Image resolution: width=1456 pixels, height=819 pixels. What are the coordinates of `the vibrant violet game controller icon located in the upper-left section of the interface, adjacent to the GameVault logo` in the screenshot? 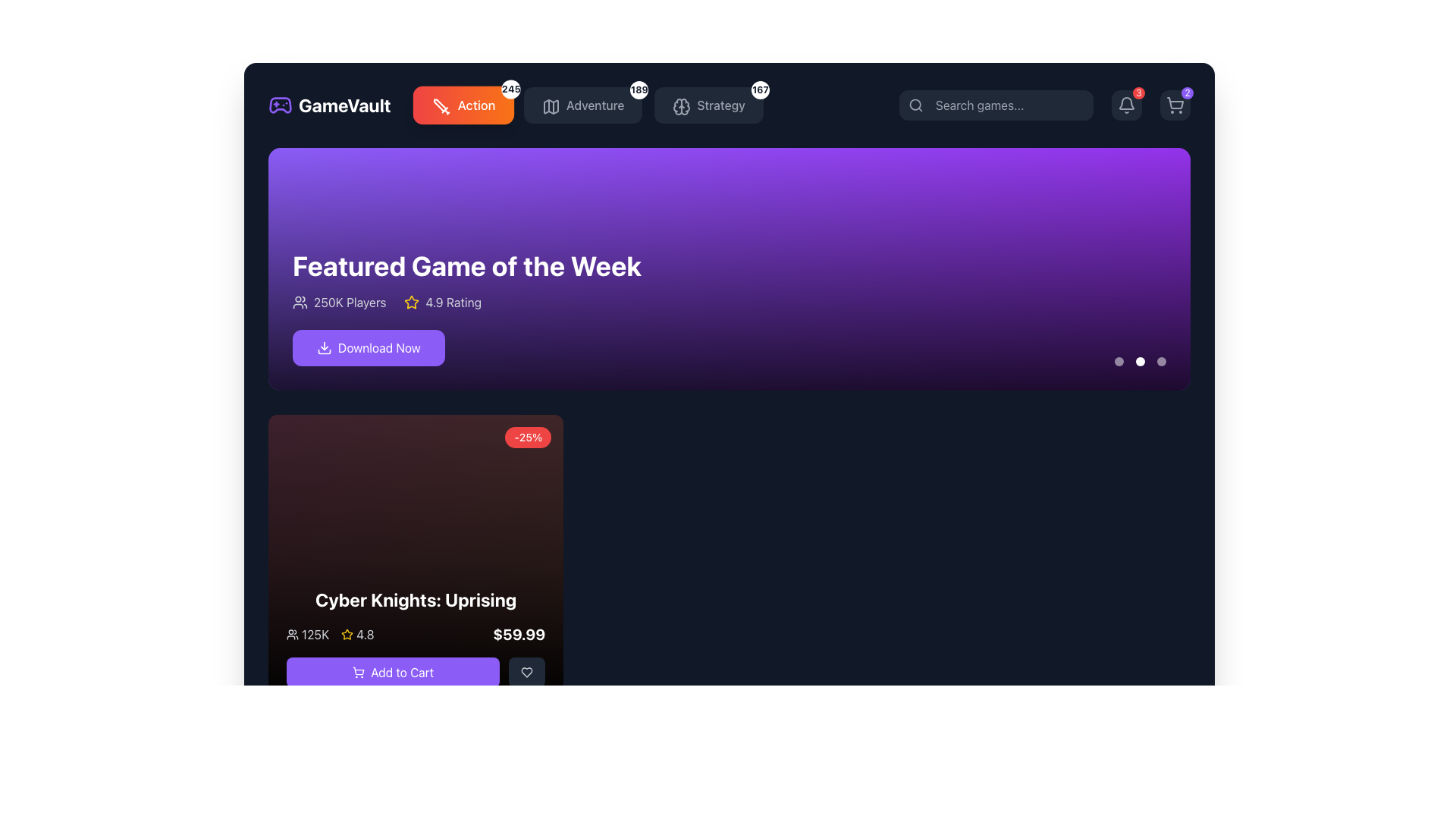 It's located at (280, 104).